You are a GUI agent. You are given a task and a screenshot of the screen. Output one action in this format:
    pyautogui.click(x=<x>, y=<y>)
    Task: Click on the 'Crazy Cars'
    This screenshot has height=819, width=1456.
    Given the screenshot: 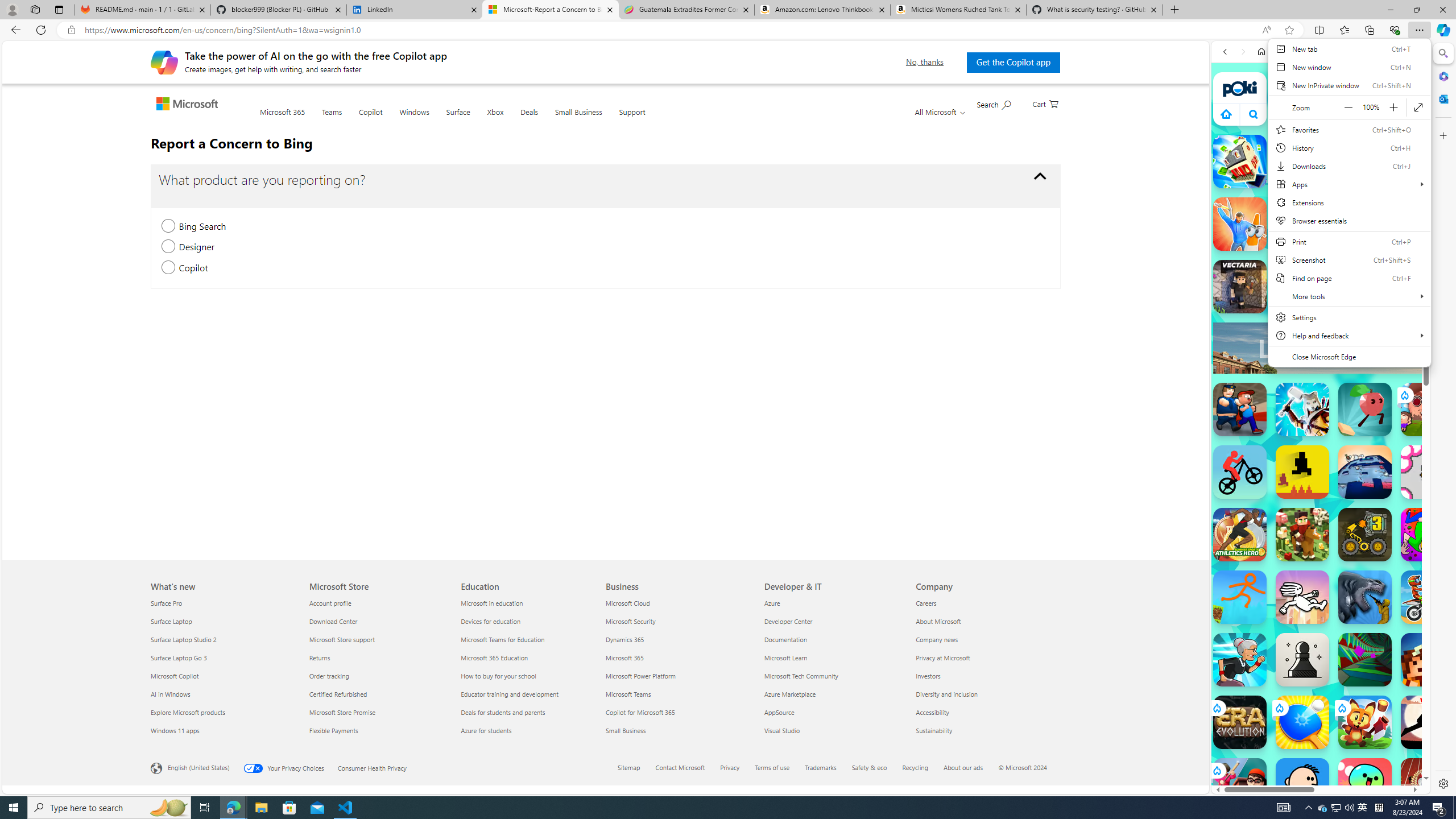 What is the action you would take?
    pyautogui.click(x=1420, y=574)
    